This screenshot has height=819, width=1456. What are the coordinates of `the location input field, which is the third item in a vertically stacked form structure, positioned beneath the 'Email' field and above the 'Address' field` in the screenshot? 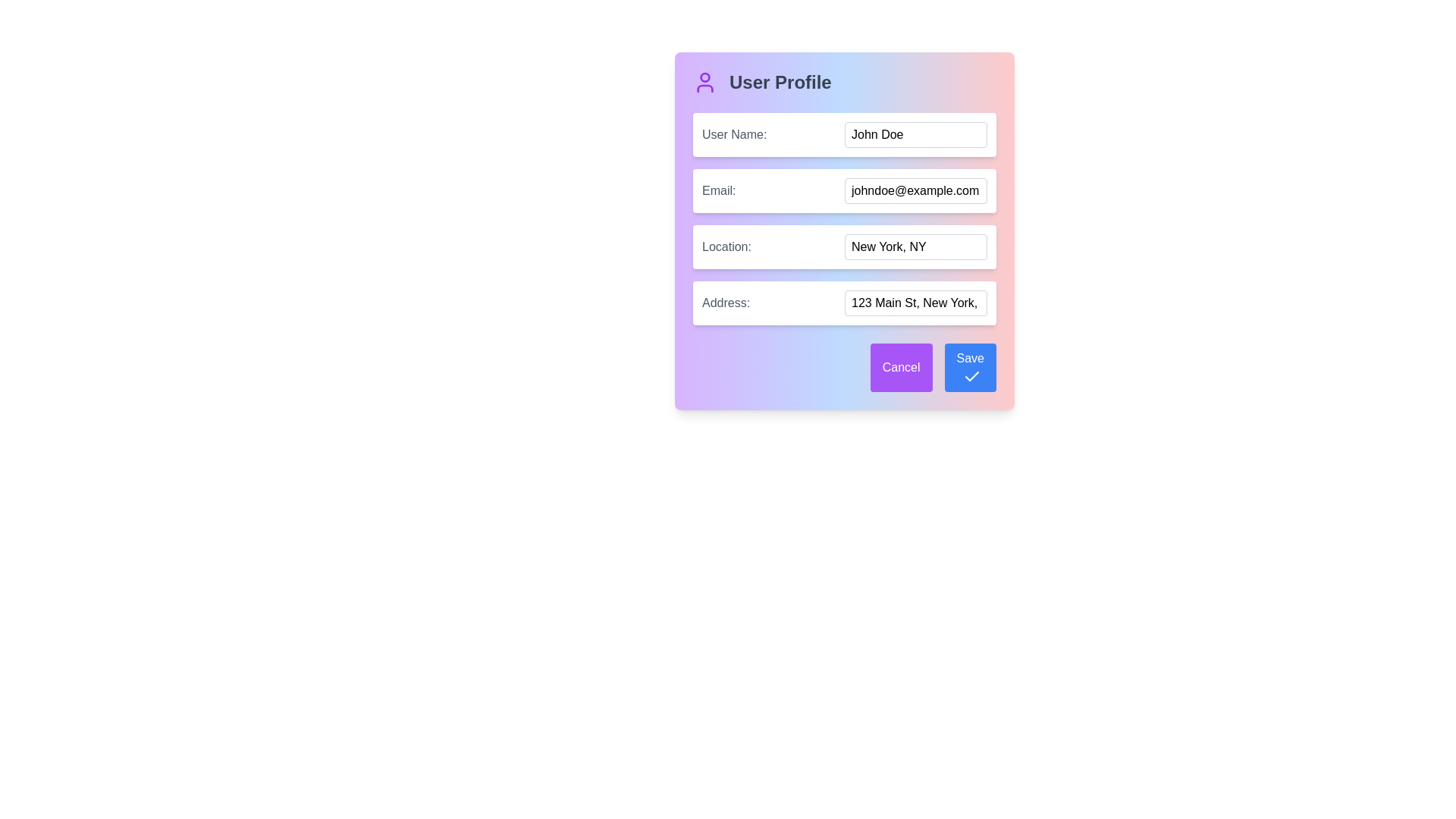 It's located at (843, 246).